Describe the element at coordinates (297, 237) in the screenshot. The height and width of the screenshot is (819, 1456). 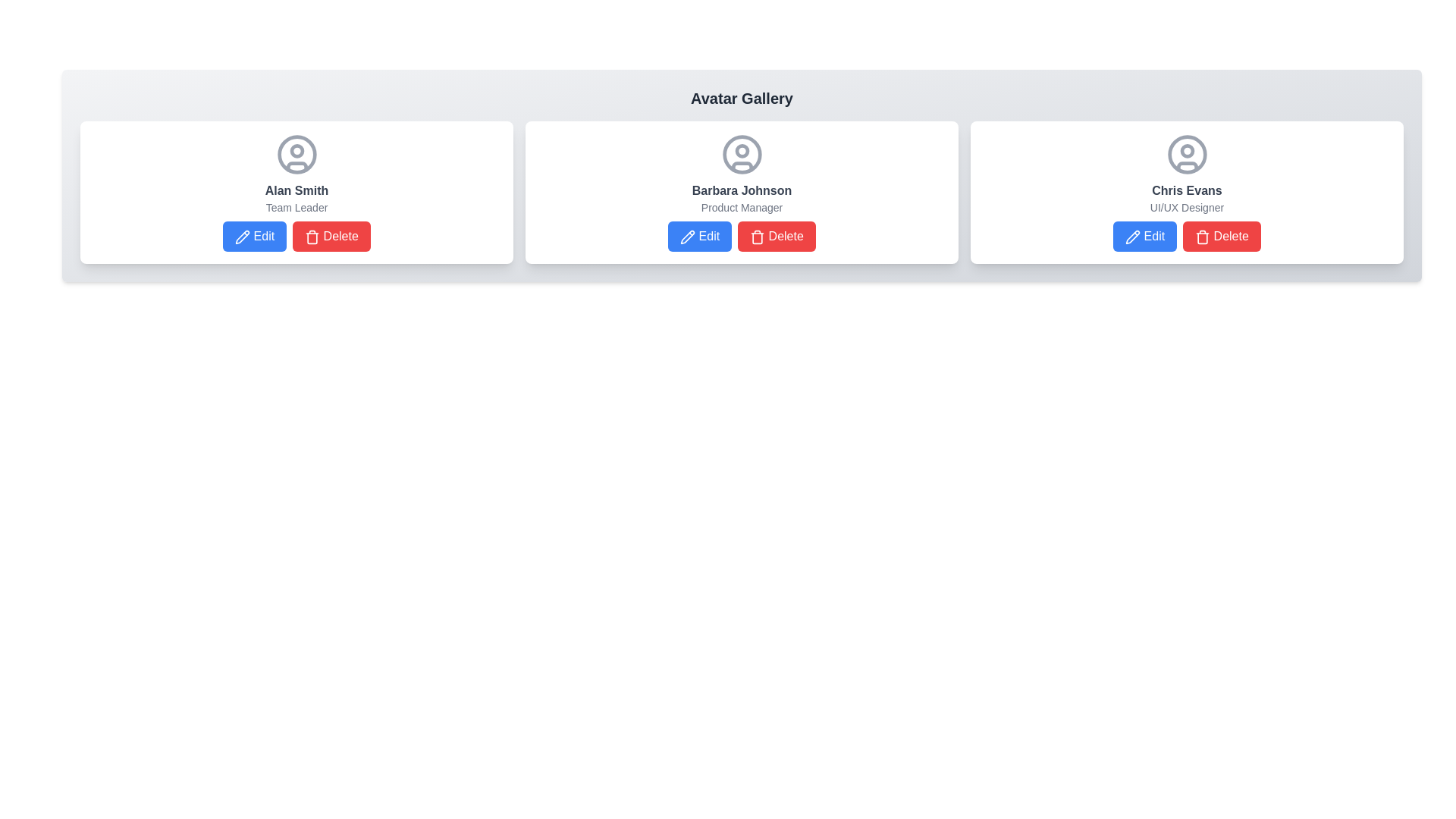
I see `the 'Delete' button, which is part of a composite UI element with horizontally aligned buttons labeled 'Edit' and 'Delete', located below the title 'Alan Smith' and subtitle 'Team Leader'` at that location.